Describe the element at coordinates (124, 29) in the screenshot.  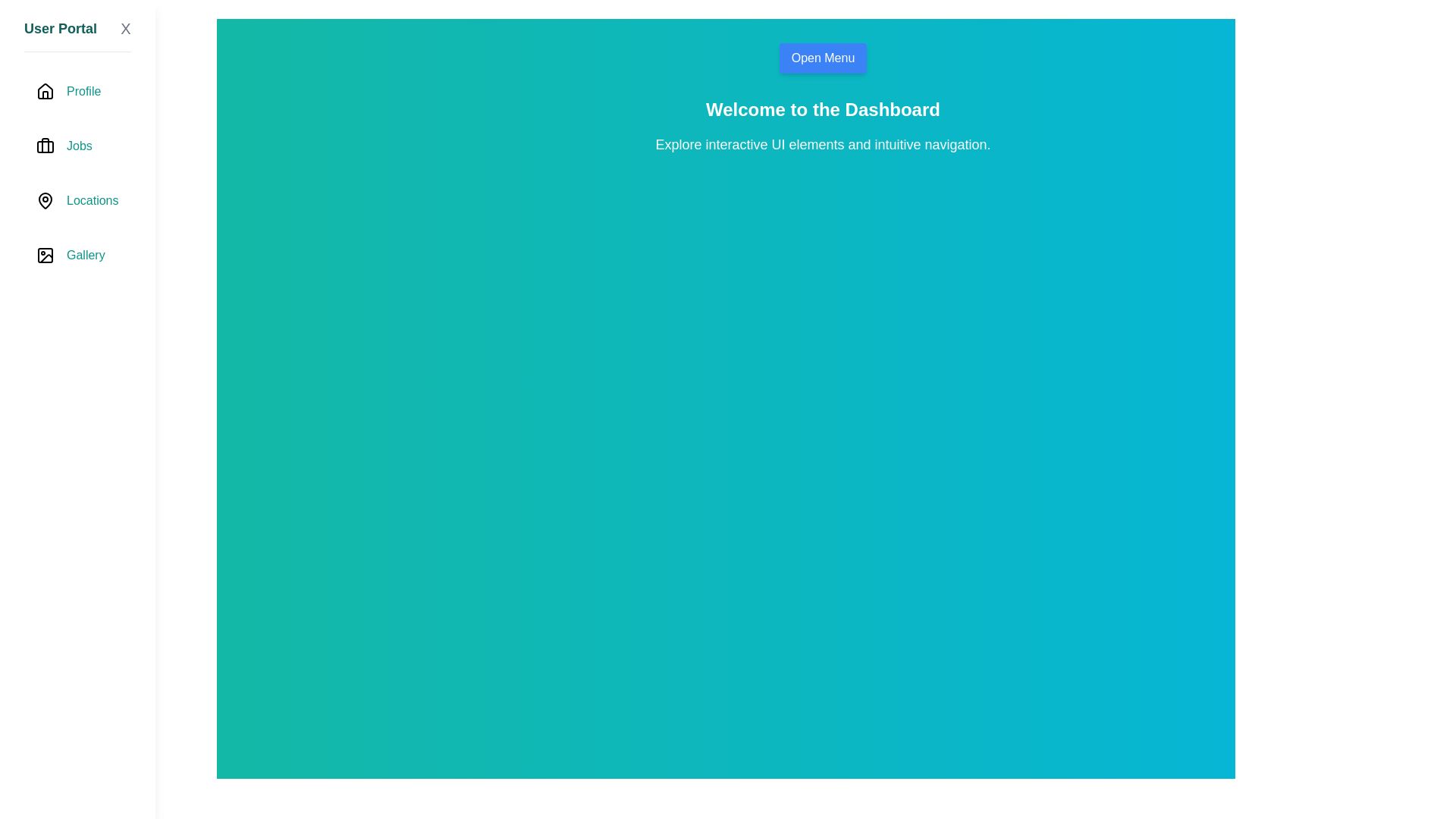
I see `close button in the sidebar to hide the menu` at that location.